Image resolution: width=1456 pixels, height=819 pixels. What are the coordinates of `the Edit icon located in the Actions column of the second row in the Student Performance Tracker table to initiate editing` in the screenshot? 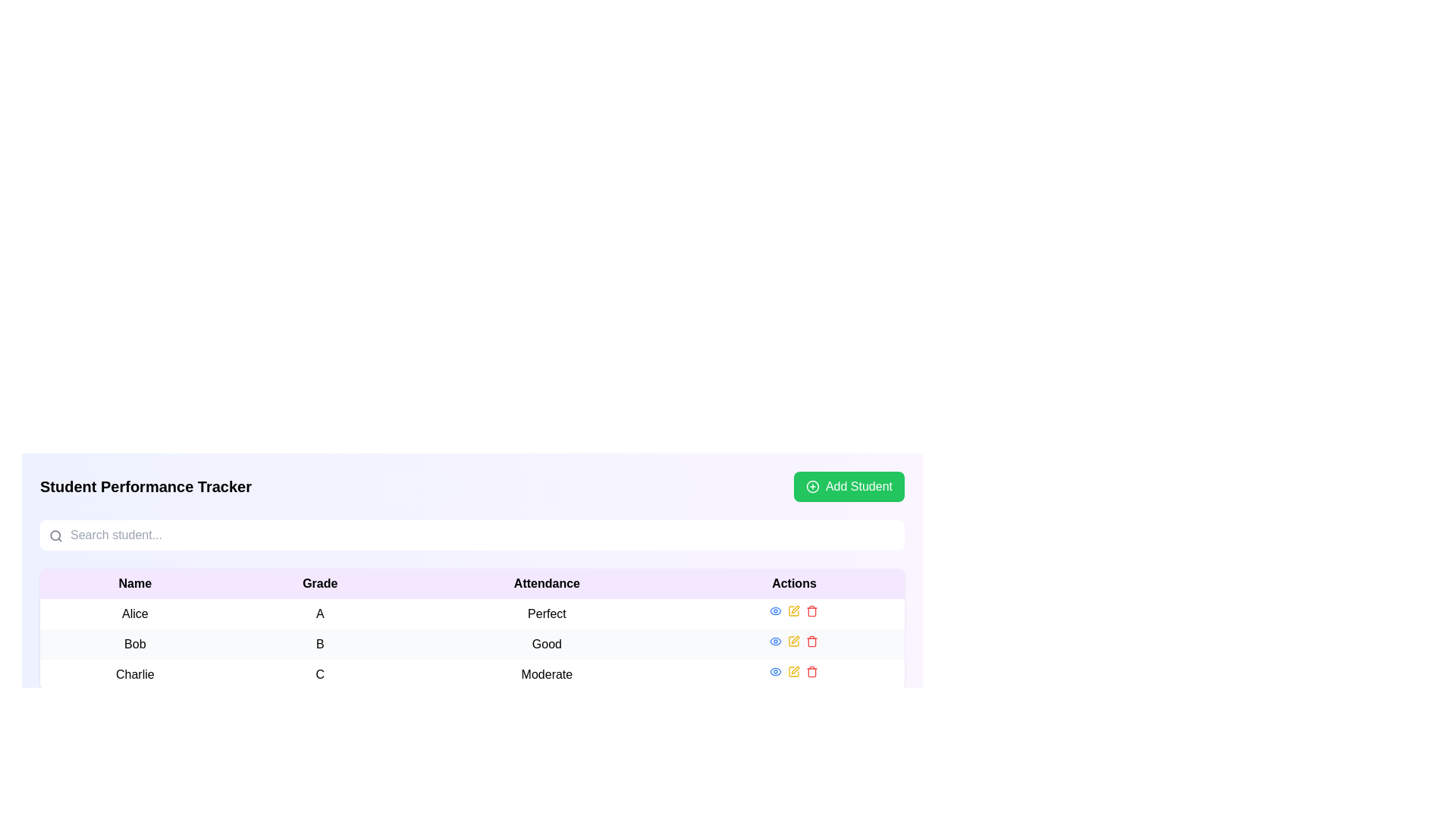 It's located at (793, 641).